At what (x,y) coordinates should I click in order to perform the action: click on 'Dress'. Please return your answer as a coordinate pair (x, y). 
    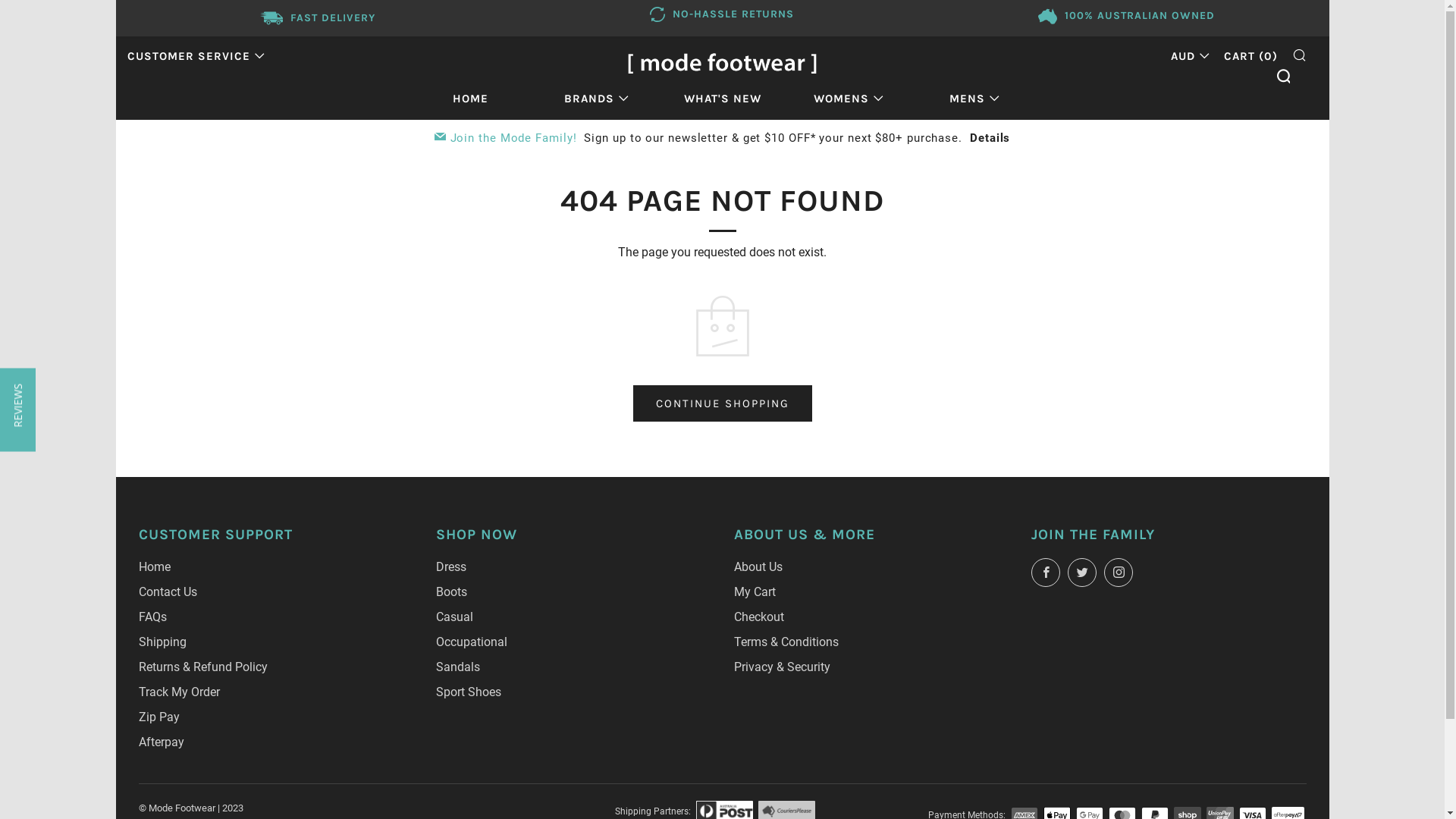
    Looking at the image, I should click on (450, 566).